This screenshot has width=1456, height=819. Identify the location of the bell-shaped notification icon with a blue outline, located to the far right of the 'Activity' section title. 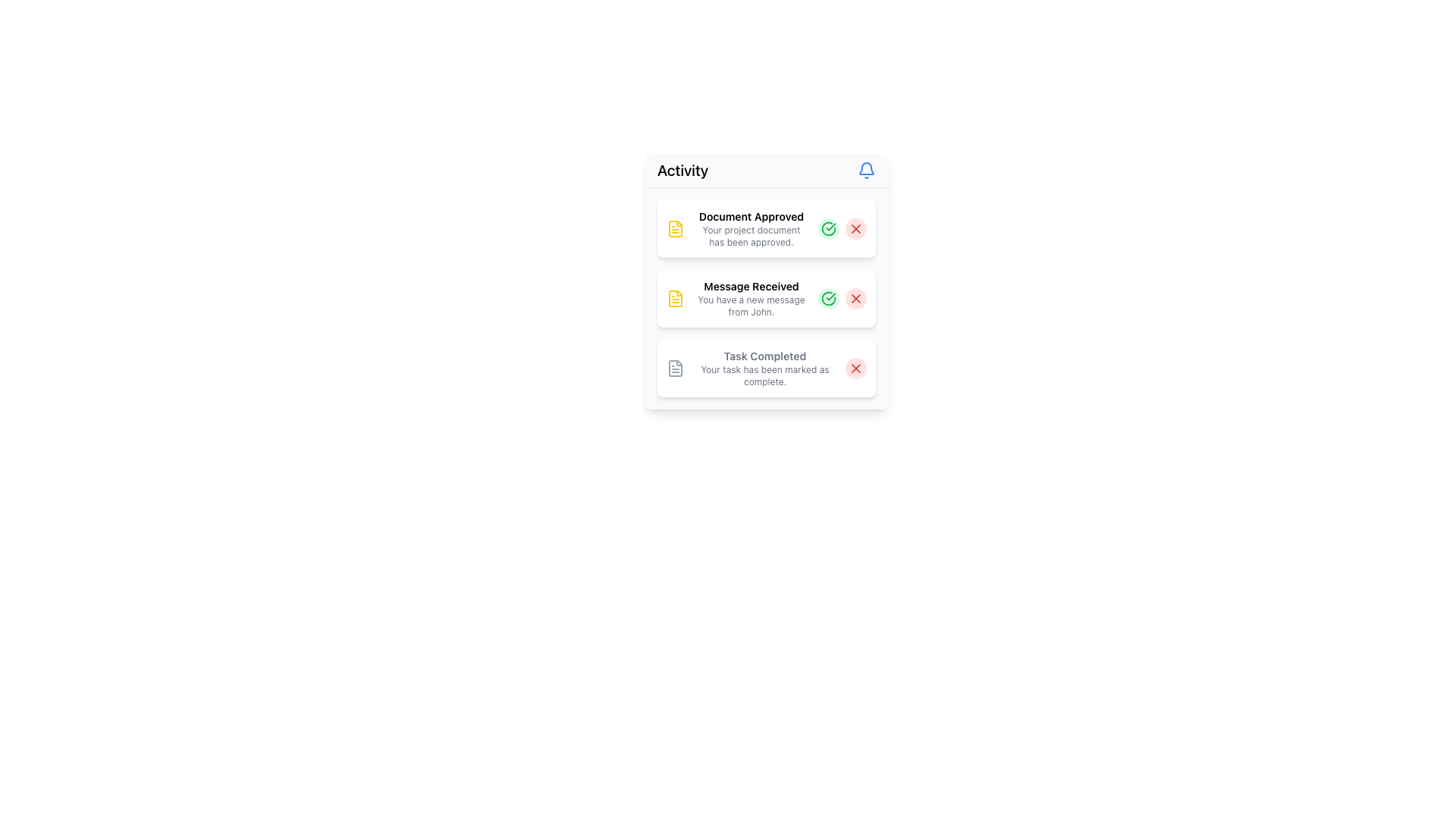
(866, 170).